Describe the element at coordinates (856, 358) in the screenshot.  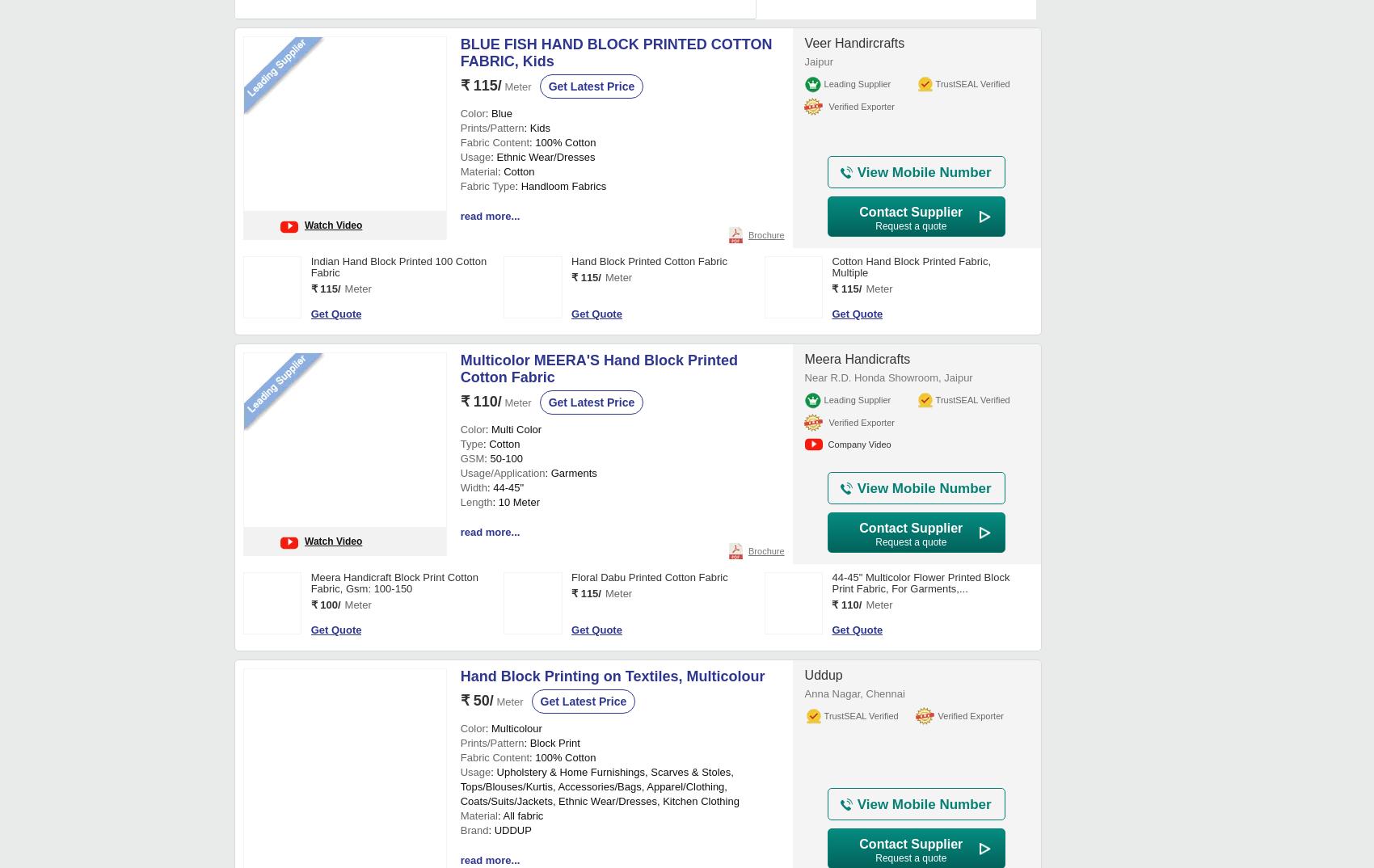
I see `'Meera Handicrafts'` at that location.